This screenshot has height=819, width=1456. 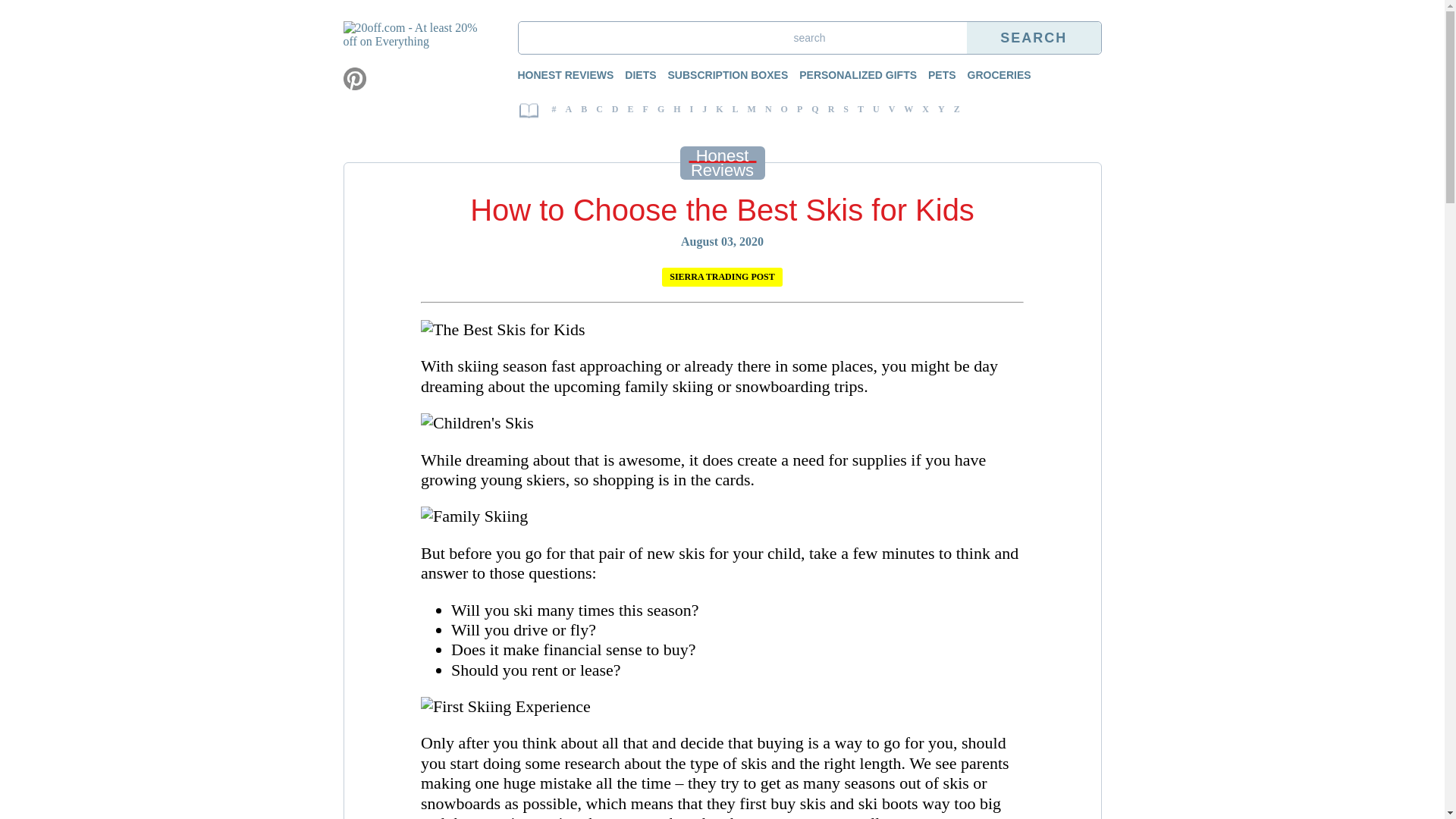 I want to click on 'T', so click(x=860, y=108).